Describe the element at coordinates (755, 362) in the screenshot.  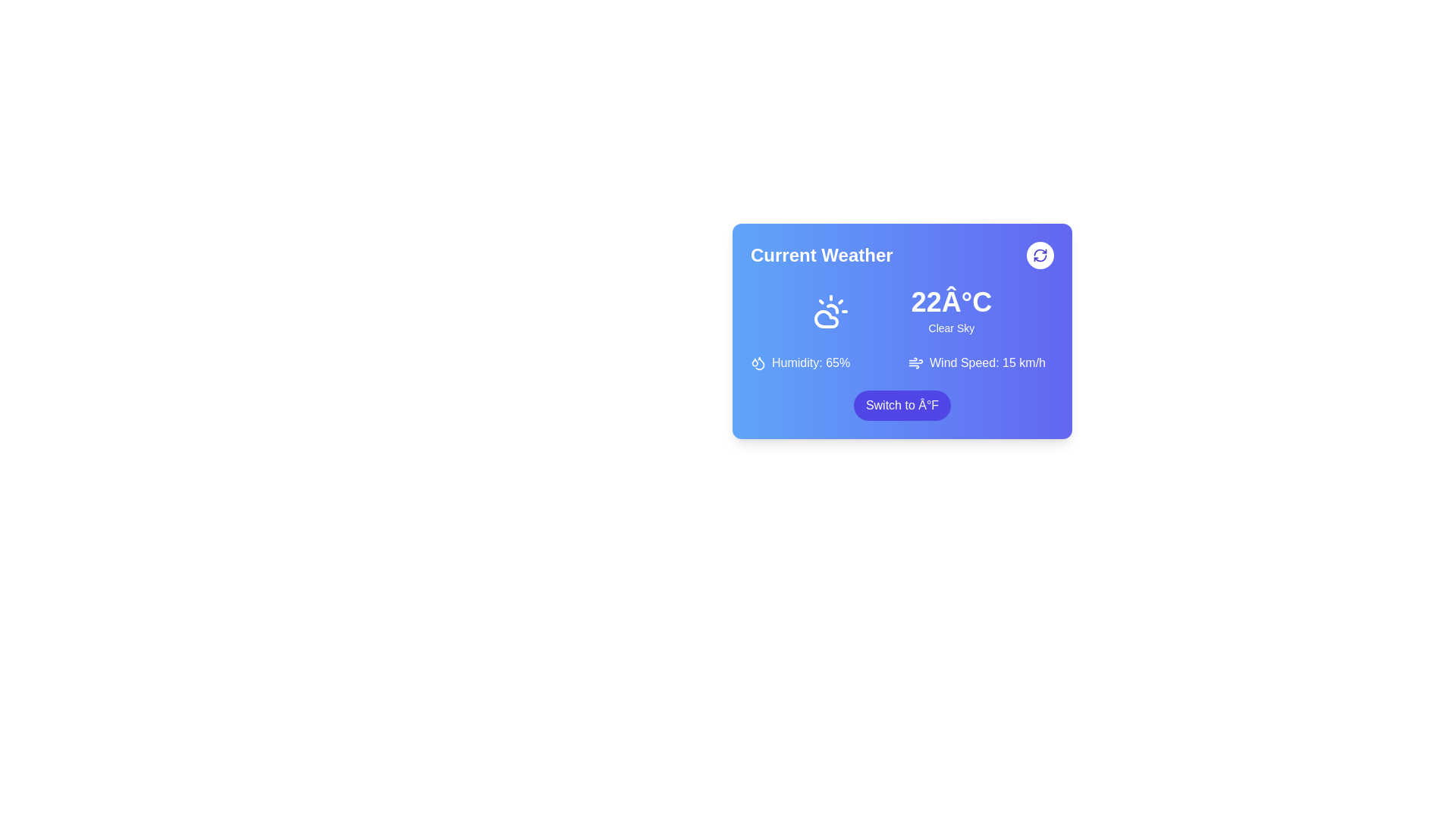
I see `the decorative icon representing humidity information, located within the 'Current Weather' card, positioned to the left of the 'Humidity' text` at that location.